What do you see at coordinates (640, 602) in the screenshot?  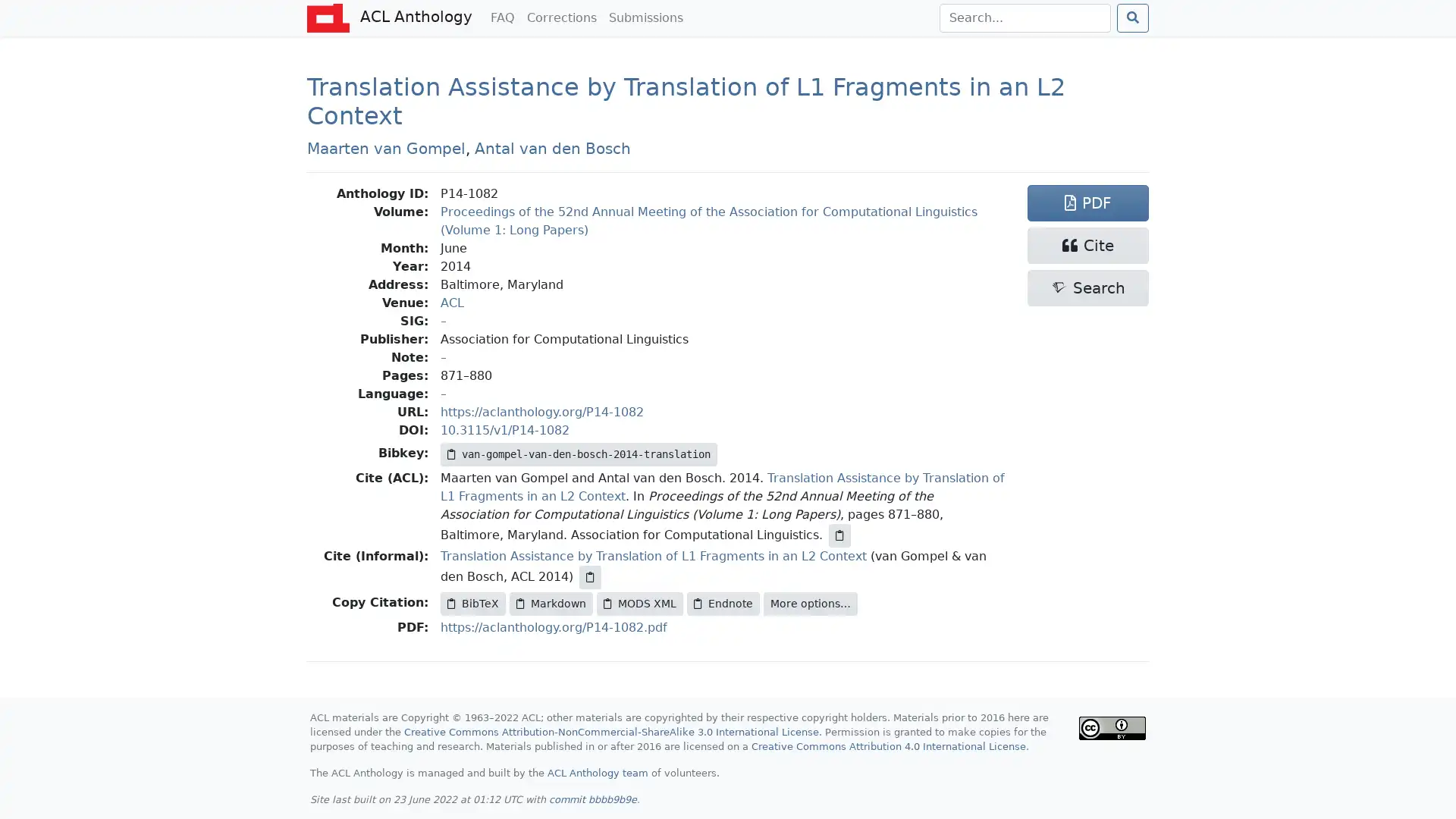 I see `MODS XML` at bounding box center [640, 602].